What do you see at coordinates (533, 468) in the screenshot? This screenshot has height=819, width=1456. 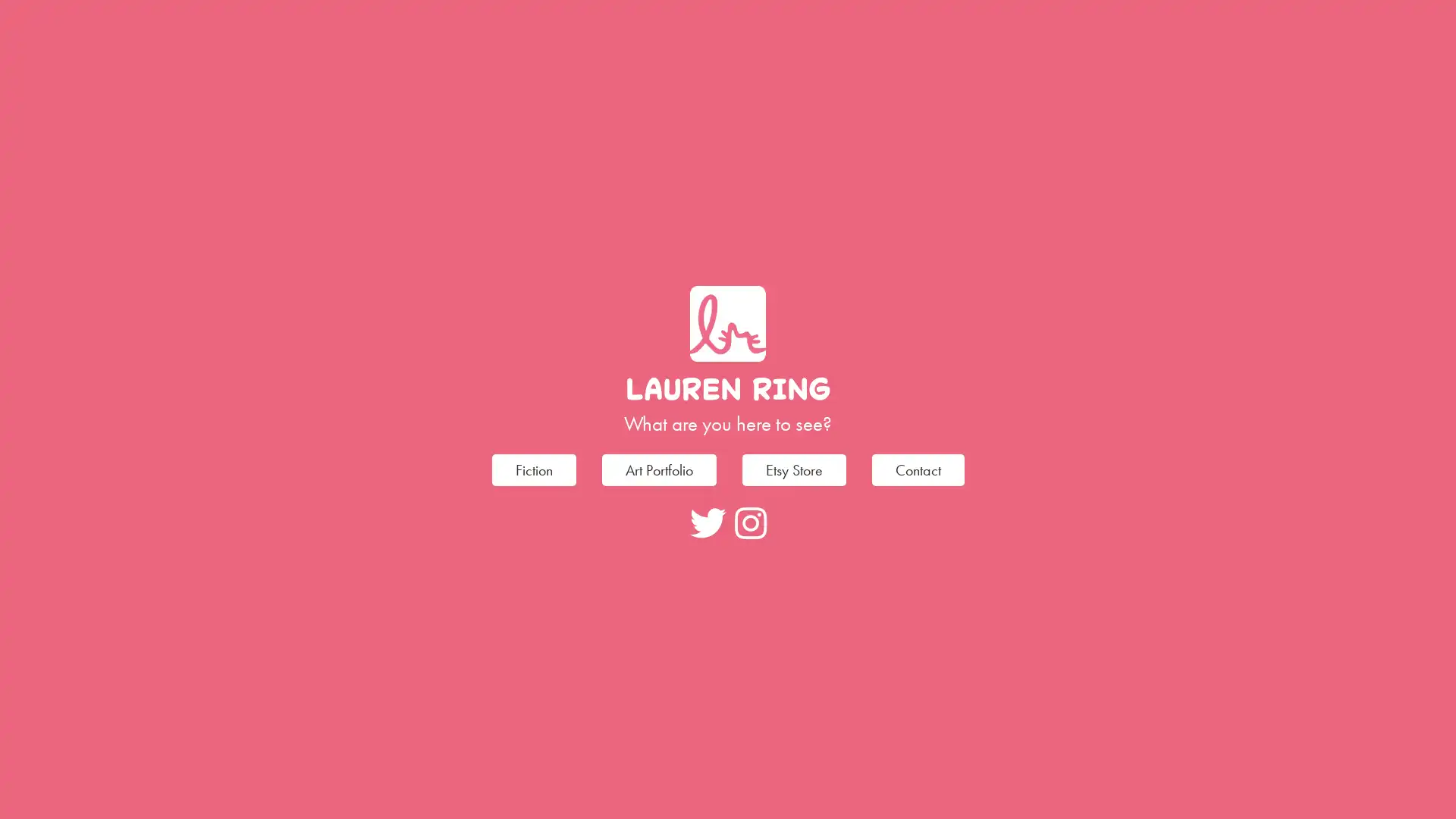 I see `Fiction` at bounding box center [533, 468].